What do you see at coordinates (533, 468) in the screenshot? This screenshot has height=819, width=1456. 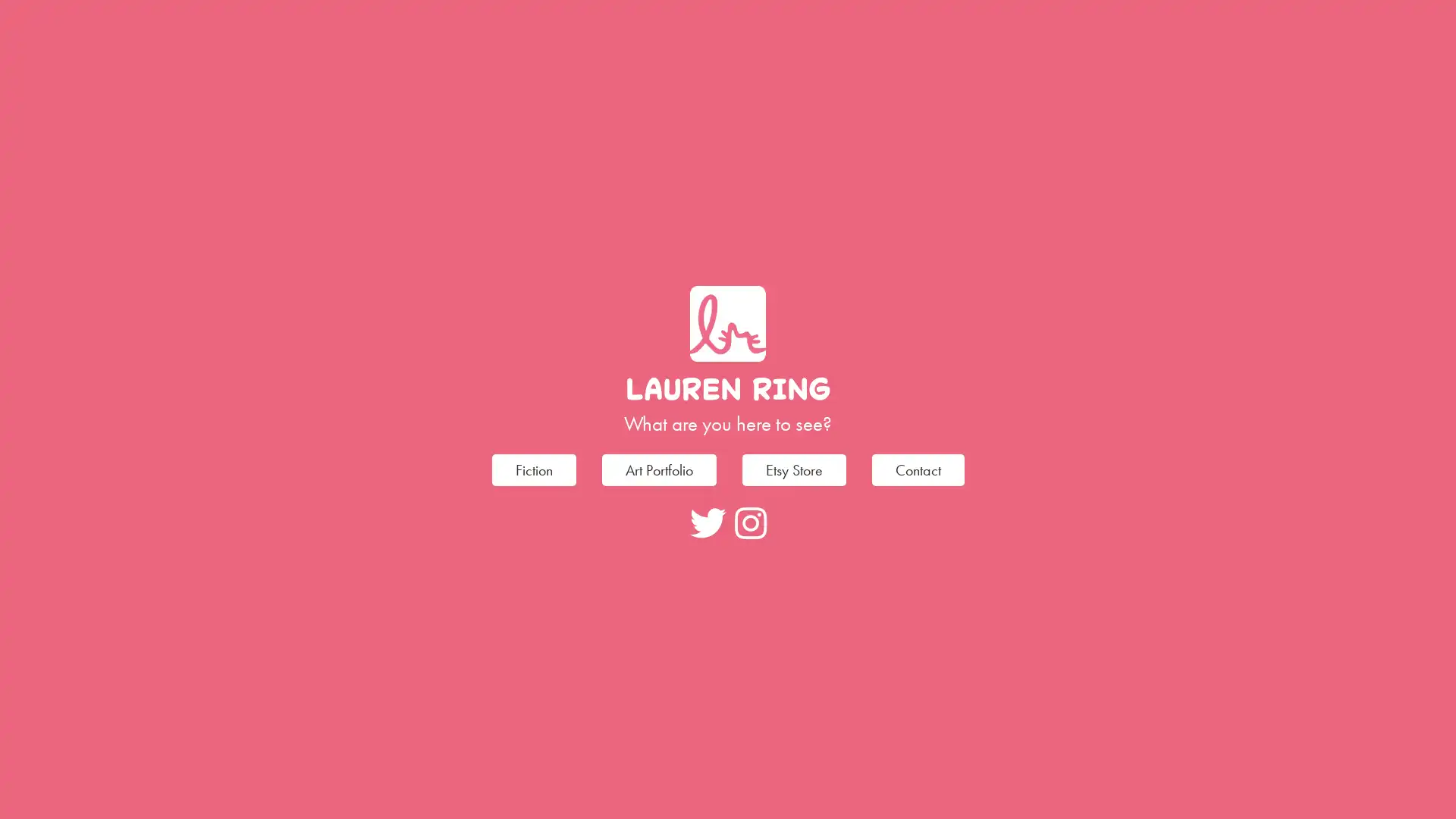 I see `Fiction` at bounding box center [533, 468].